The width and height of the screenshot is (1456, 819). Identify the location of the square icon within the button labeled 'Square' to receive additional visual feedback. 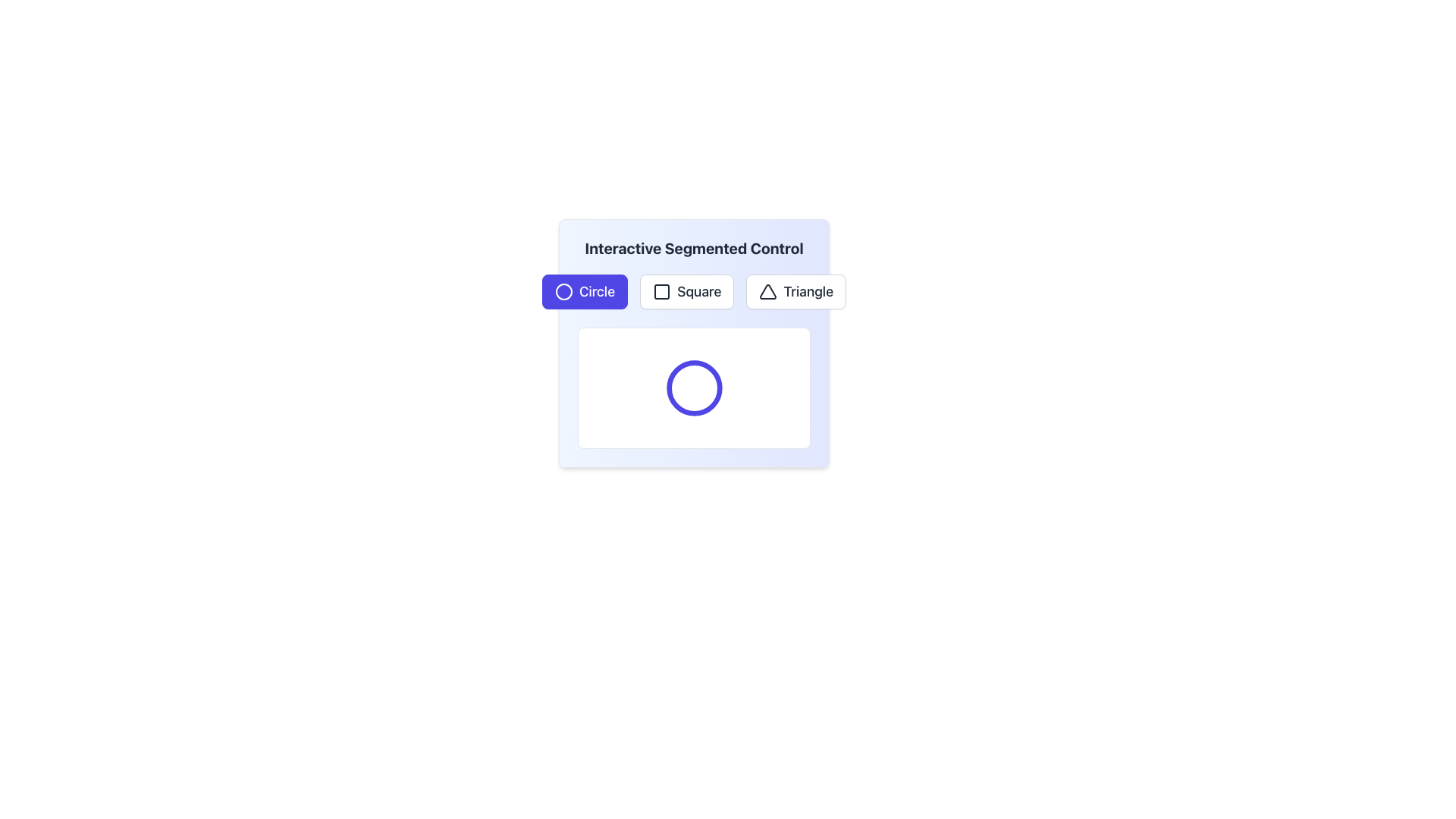
(662, 292).